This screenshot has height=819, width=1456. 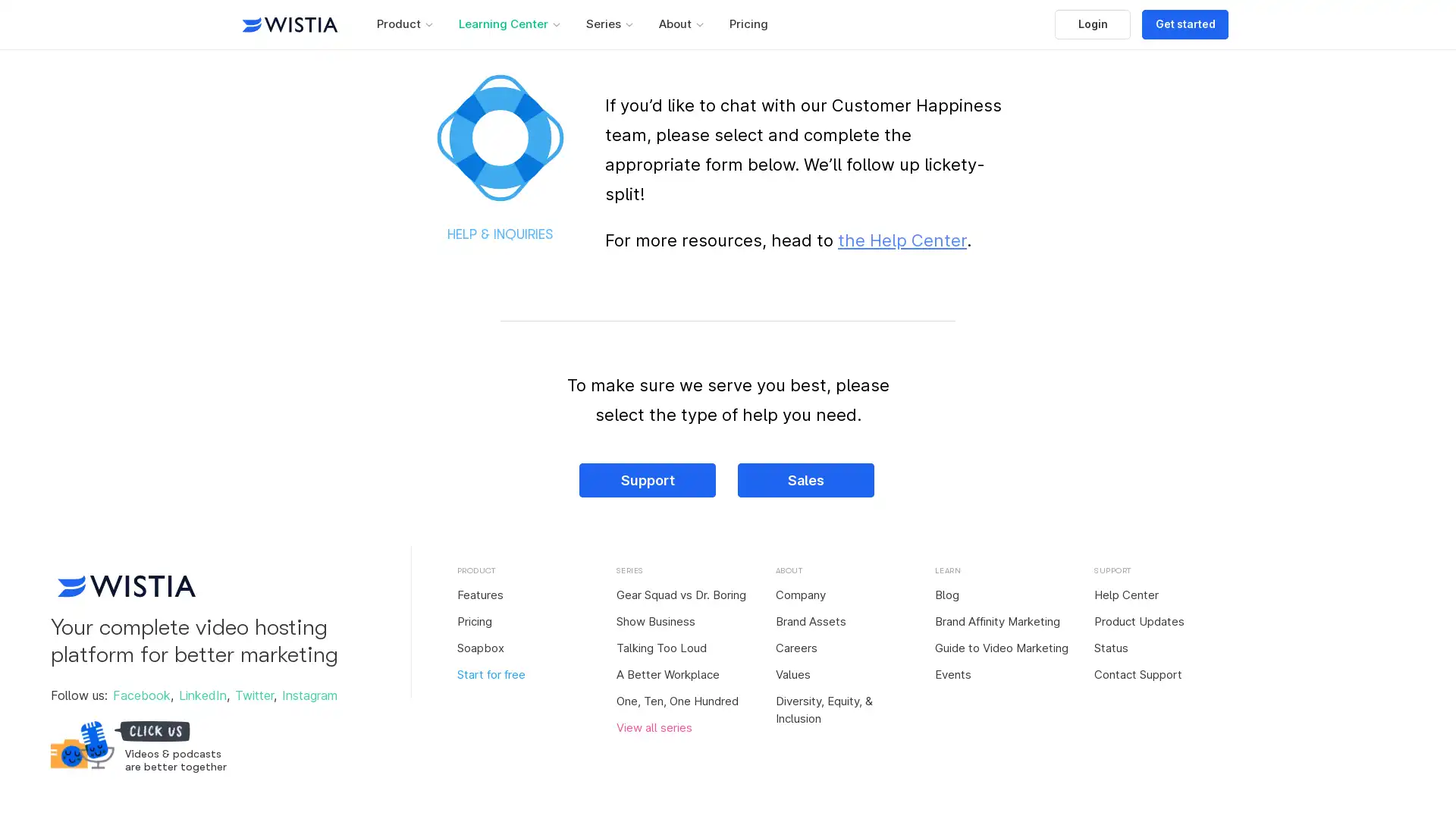 I want to click on Product, so click(x=403, y=24).